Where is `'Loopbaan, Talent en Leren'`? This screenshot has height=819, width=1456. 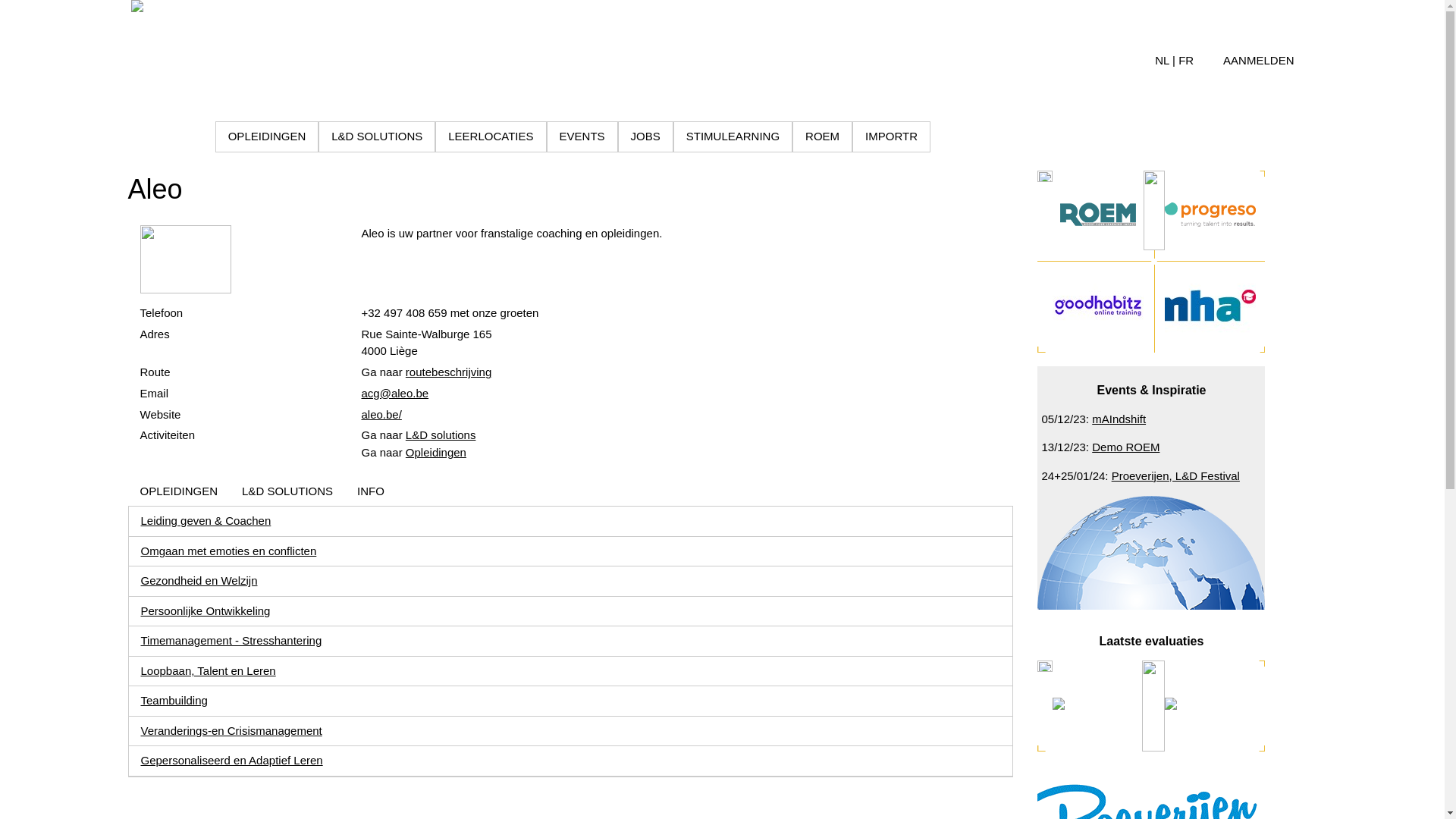 'Loopbaan, Talent en Leren' is located at coordinates (207, 670).